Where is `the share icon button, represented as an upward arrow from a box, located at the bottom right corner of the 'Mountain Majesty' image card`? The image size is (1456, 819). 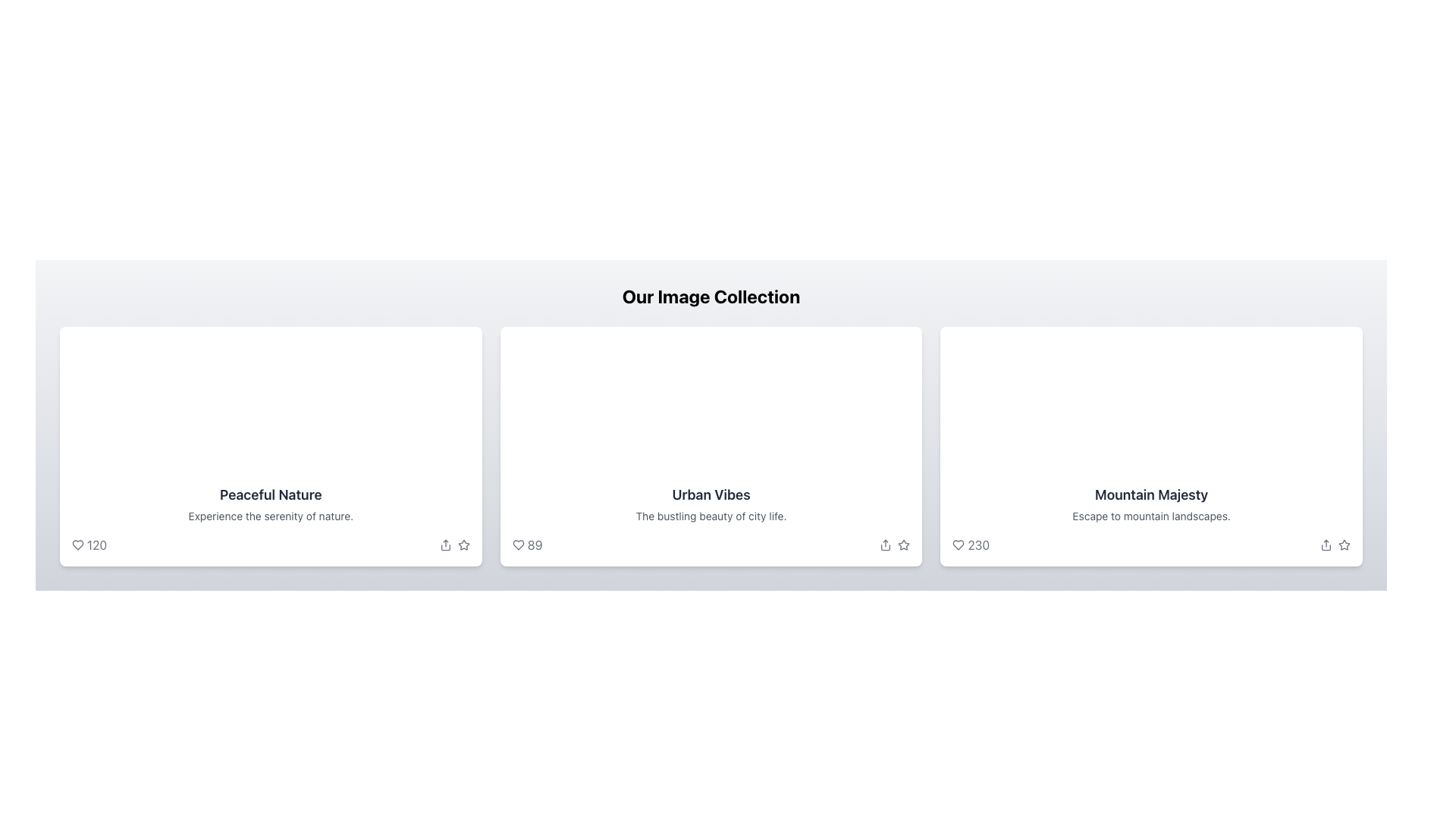
the share icon button, represented as an upward arrow from a box, located at the bottom right corner of the 'Mountain Majesty' image card is located at coordinates (1325, 544).